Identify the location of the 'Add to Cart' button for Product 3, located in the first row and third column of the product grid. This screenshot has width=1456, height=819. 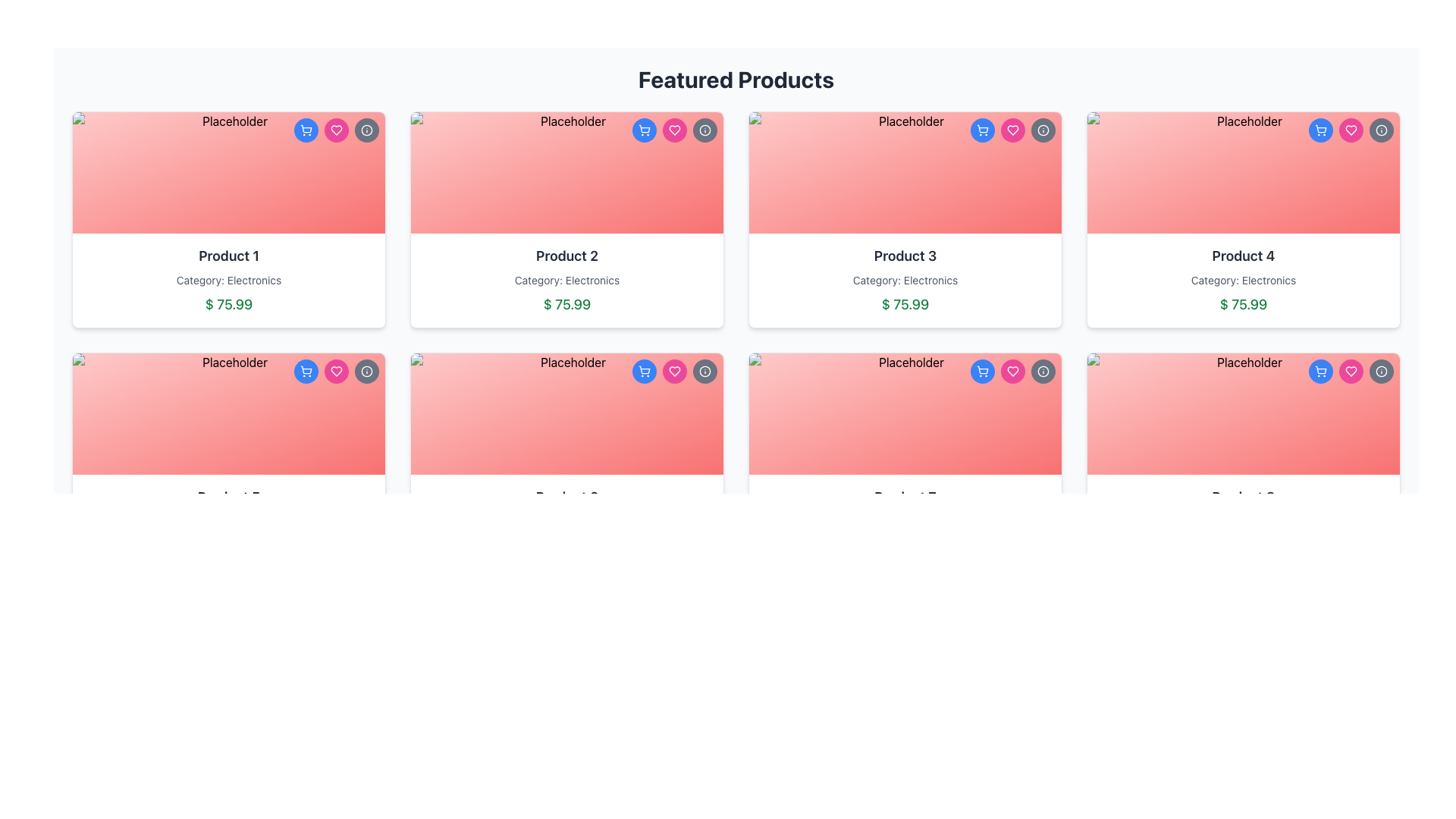
(983, 130).